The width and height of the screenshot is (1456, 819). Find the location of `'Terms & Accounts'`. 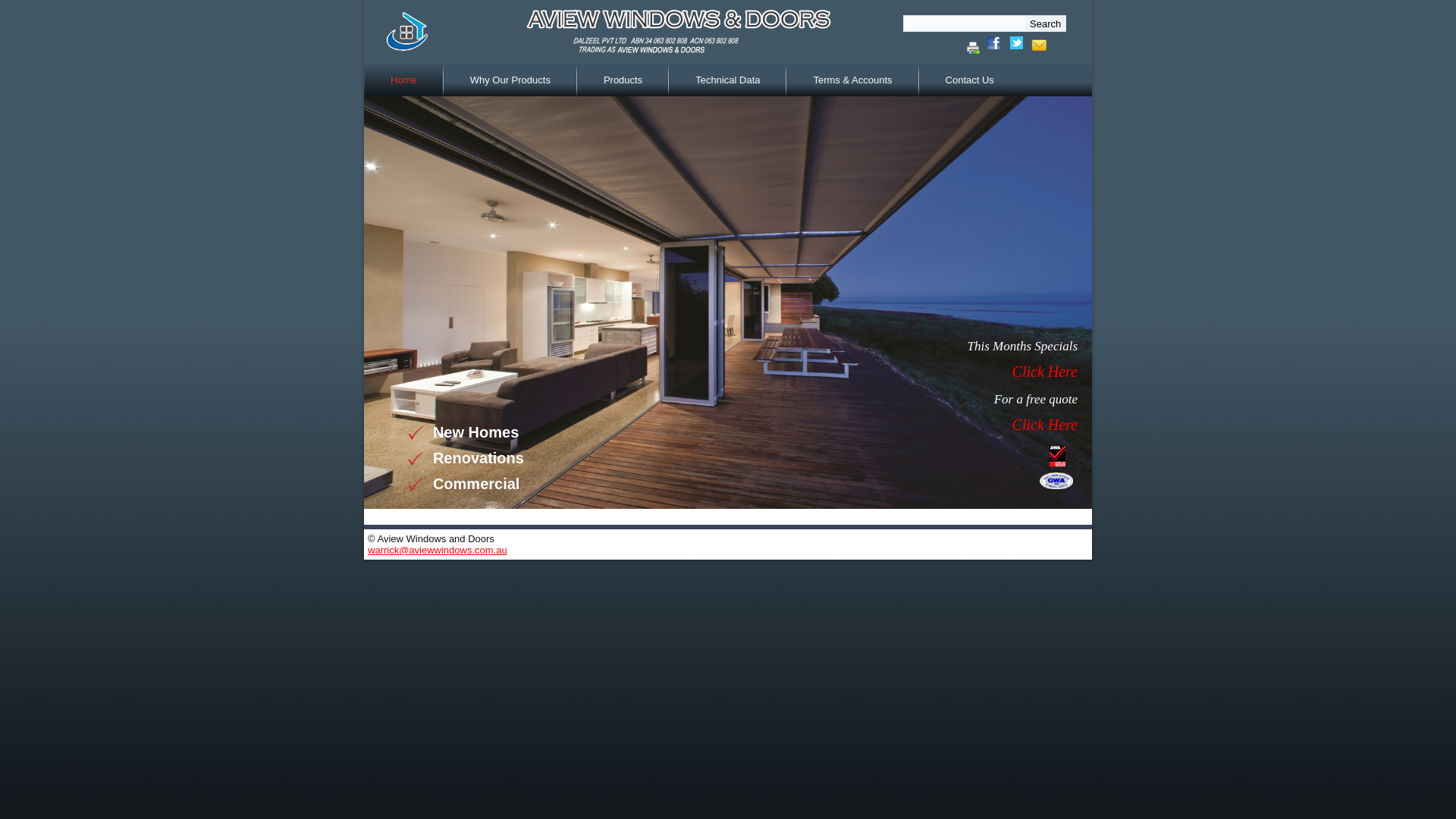

'Terms & Accounts' is located at coordinates (852, 80).